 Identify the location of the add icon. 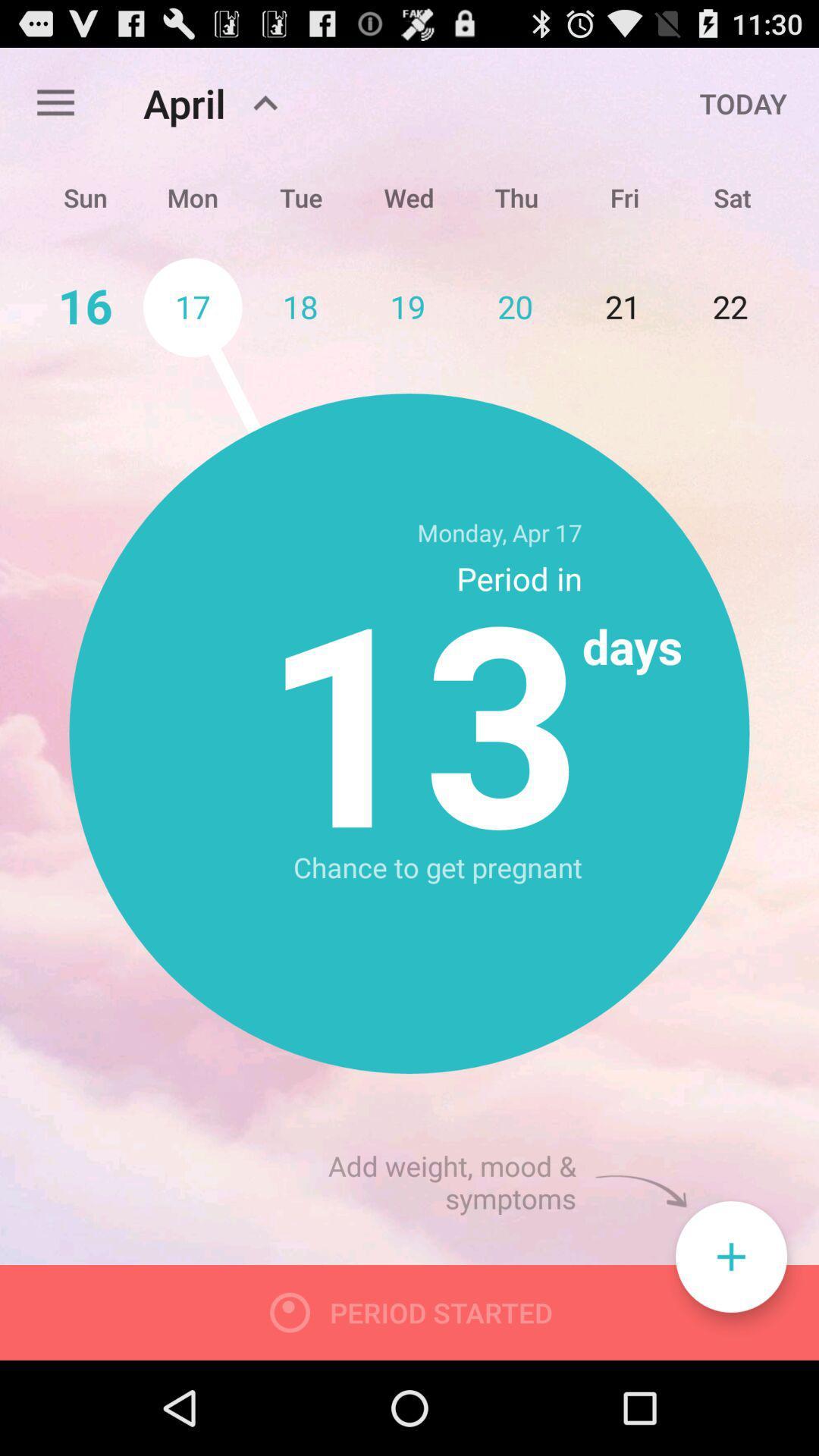
(730, 1345).